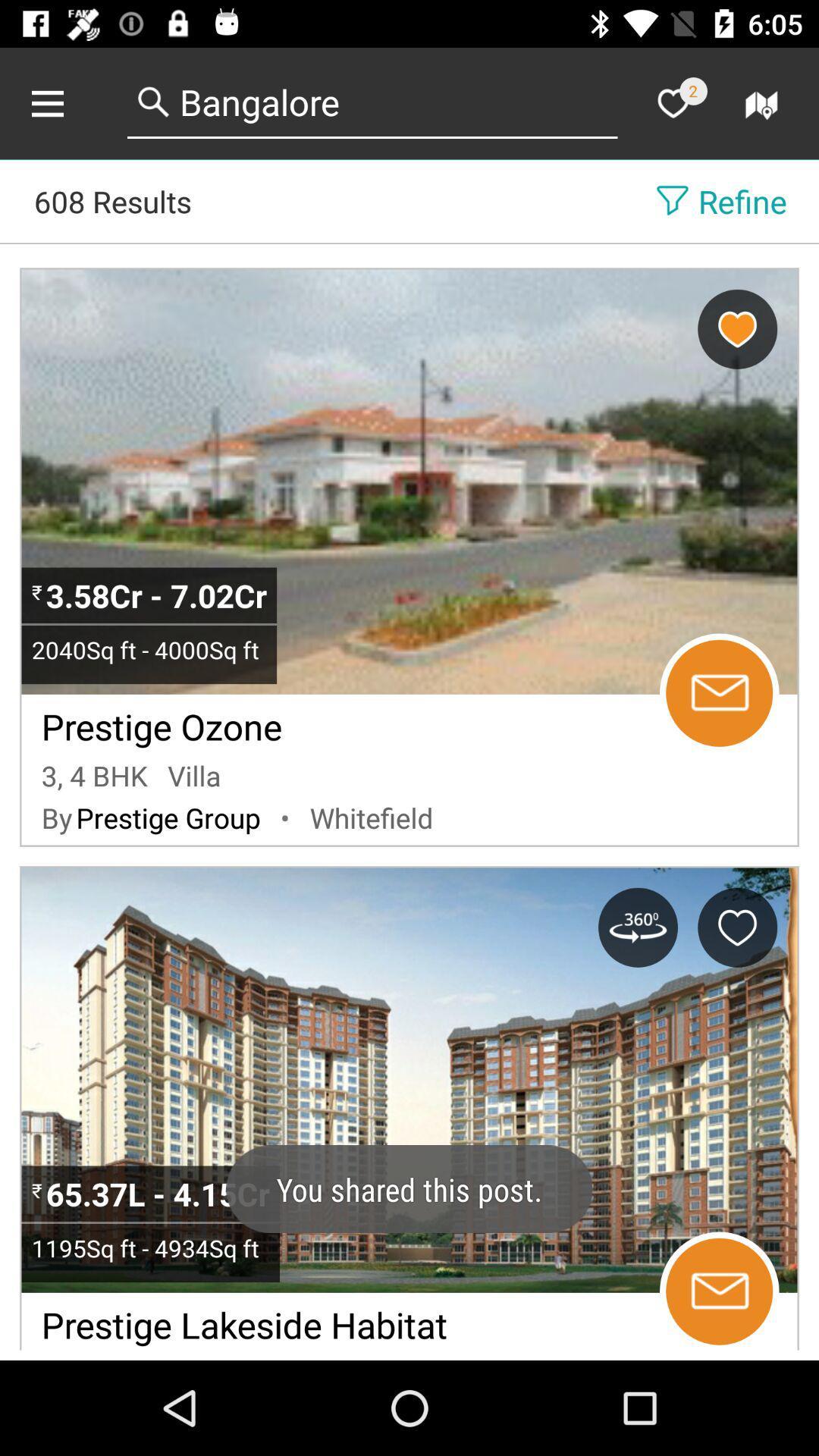 The image size is (819, 1456). I want to click on in maps, so click(764, 102).